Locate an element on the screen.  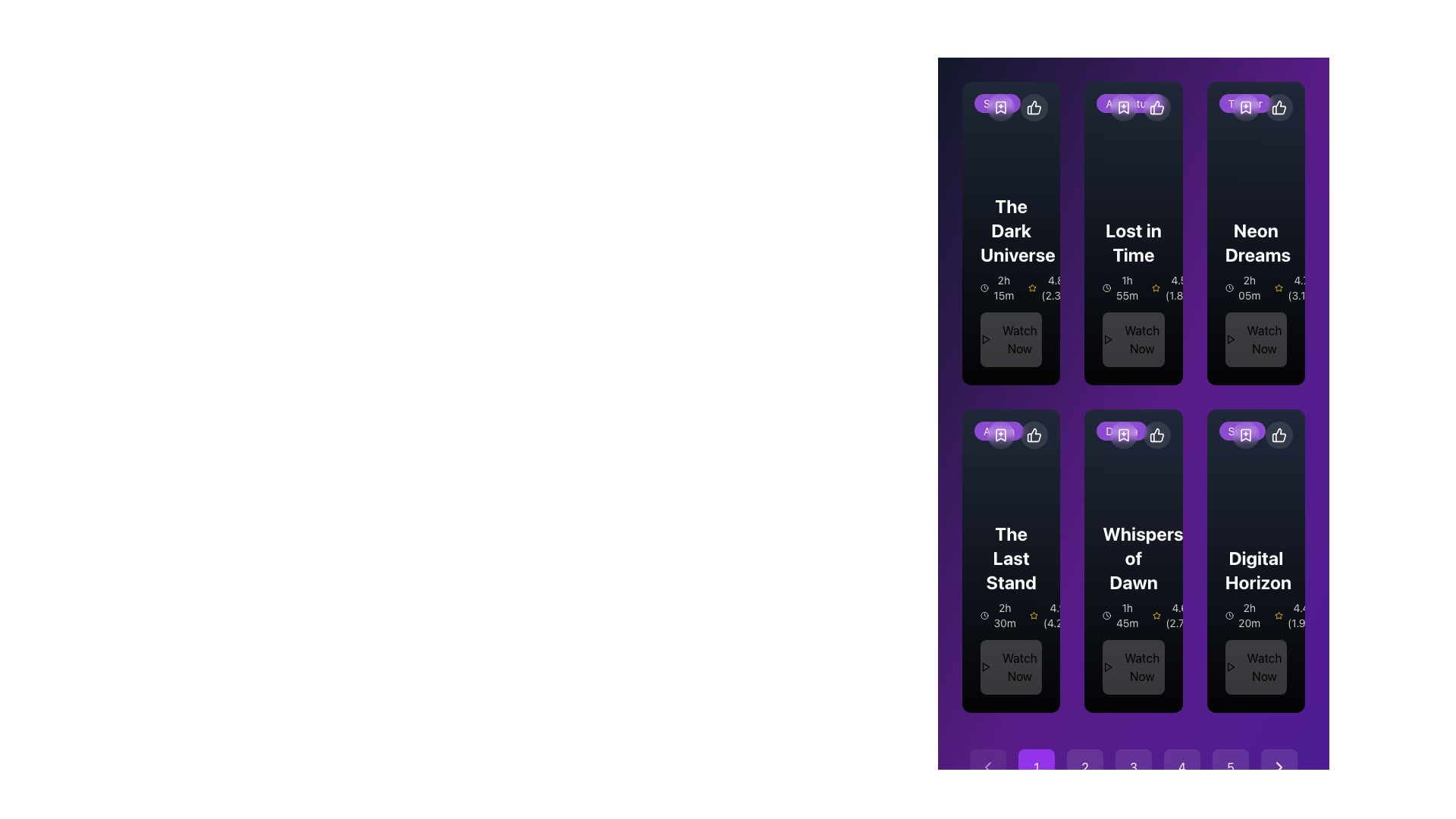
the thumbs-up symbol, which is a white outline icon on a dark interface, located in the top right corner of a card layout, to register a 'like' action is located at coordinates (1156, 435).